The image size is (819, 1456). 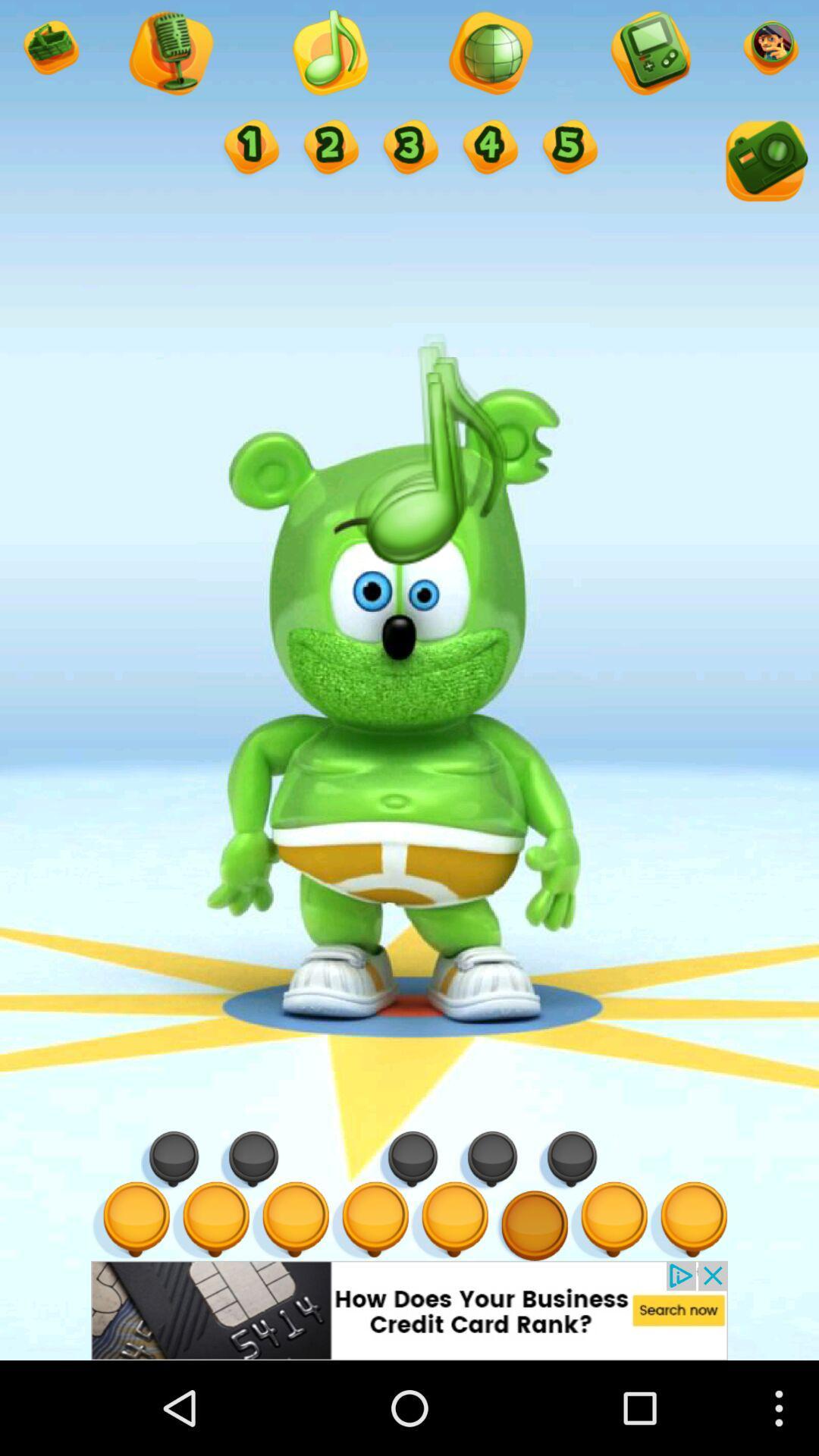 What do you see at coordinates (764, 164) in the screenshot?
I see `take photo` at bounding box center [764, 164].